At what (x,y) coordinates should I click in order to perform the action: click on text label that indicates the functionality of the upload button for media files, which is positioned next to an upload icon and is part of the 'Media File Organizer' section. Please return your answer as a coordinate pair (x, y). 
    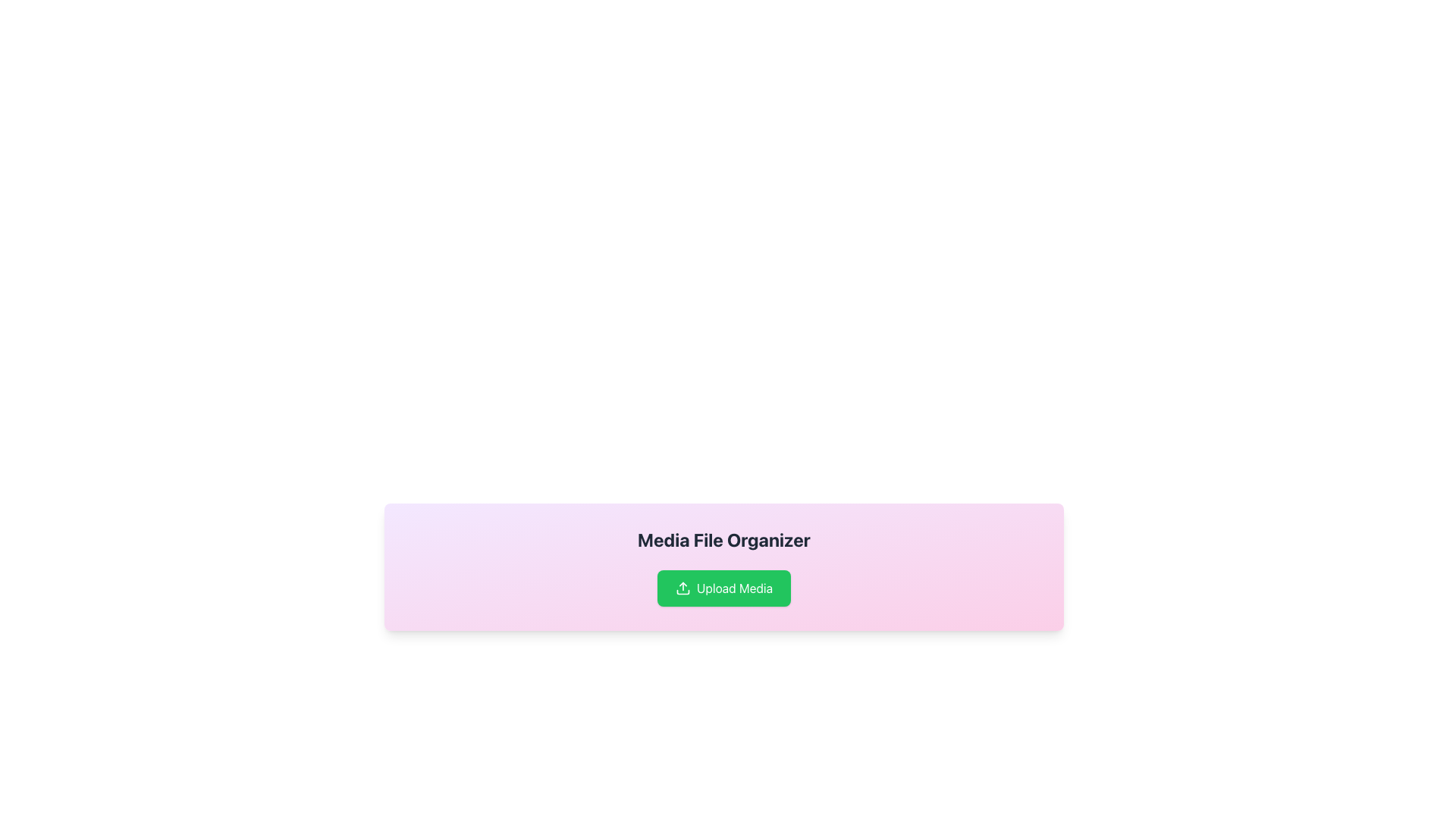
    Looking at the image, I should click on (735, 587).